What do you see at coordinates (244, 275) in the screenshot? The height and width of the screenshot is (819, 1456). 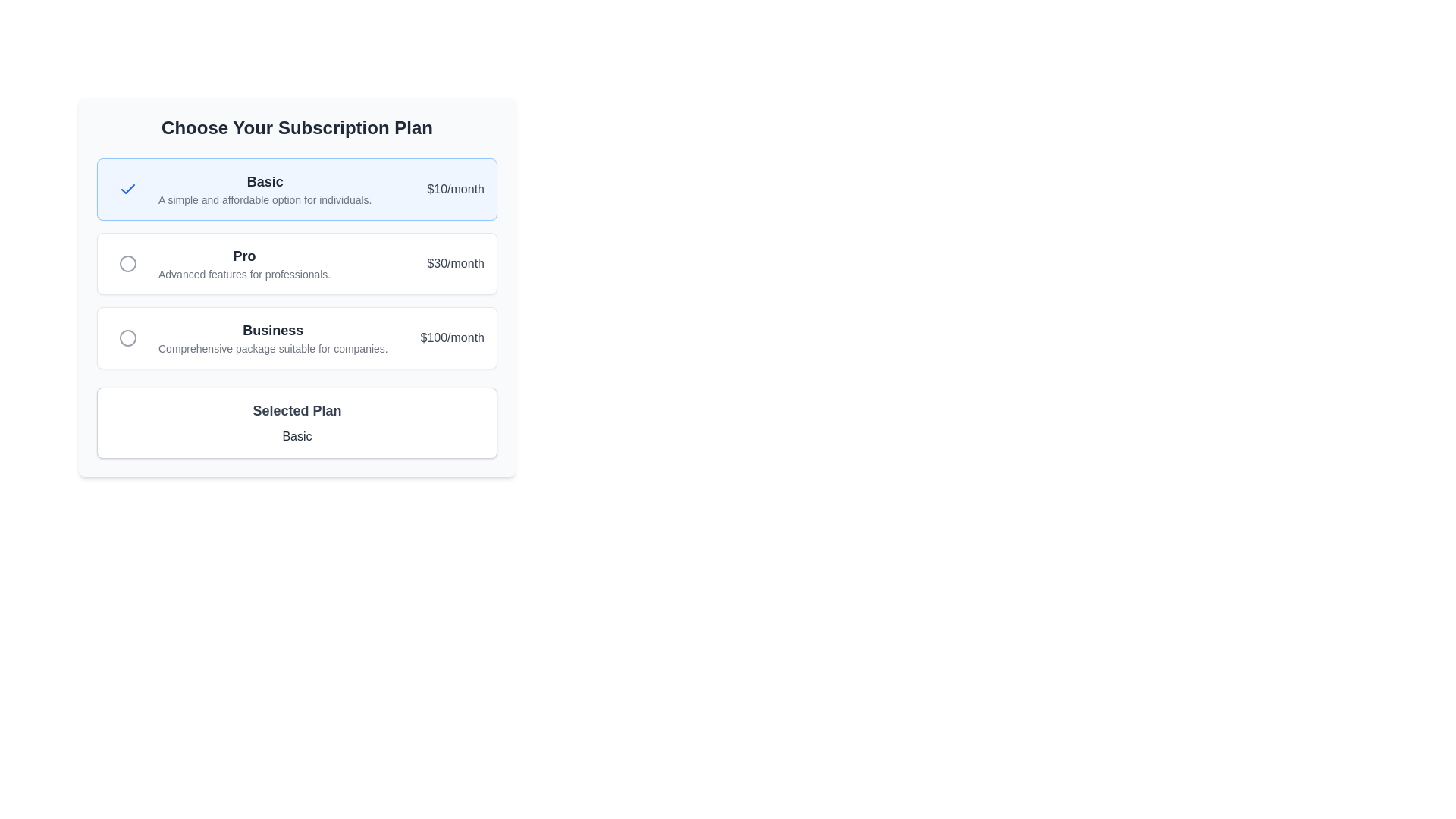 I see `the text 'Advanced features for professionals.' located below the 'Pro' header` at bounding box center [244, 275].